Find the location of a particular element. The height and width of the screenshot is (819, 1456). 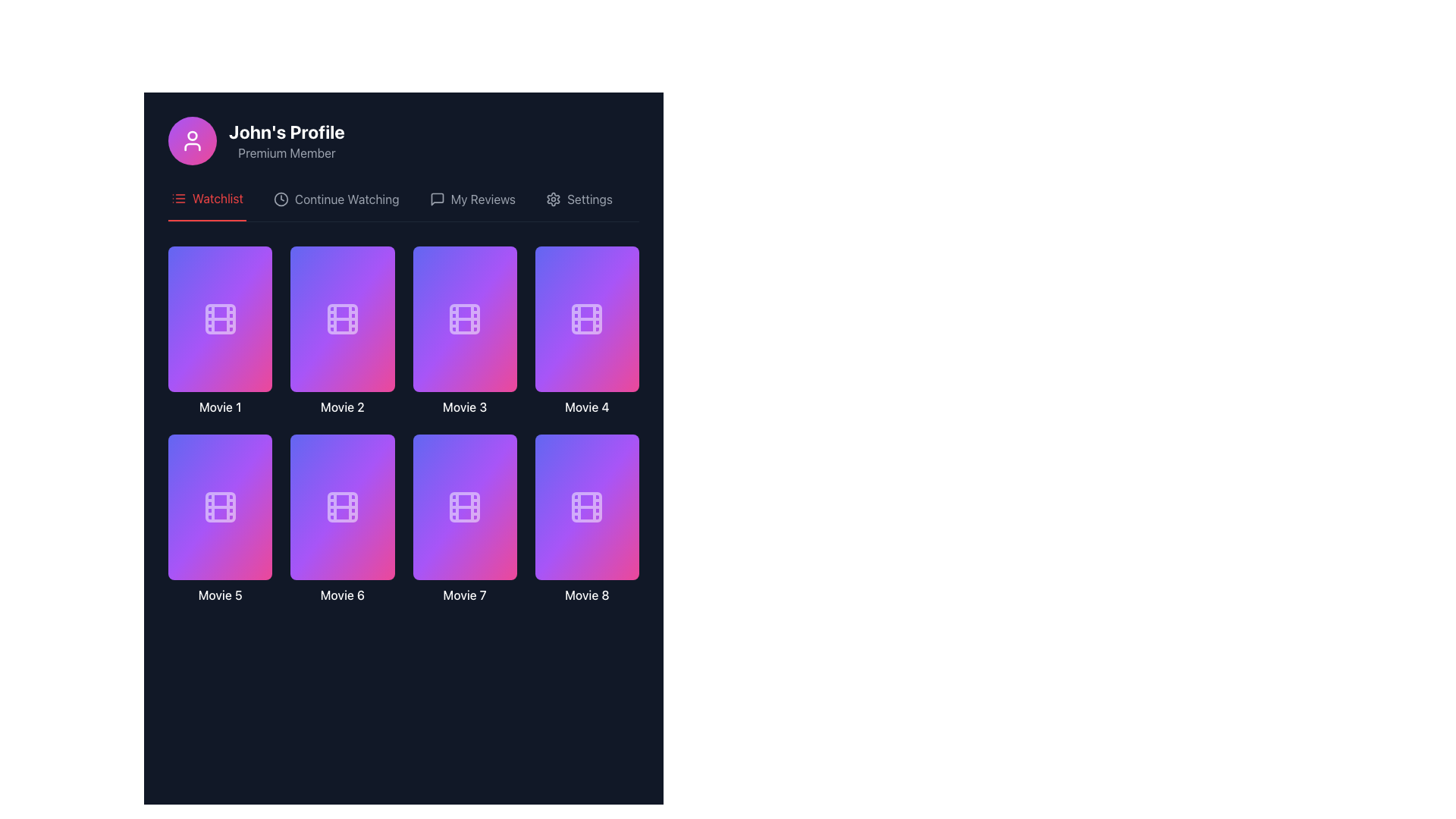

the central rectangle of the film reel icon representing 'Movie 1' located in the top-left corner of the grid view is located at coordinates (219, 318).